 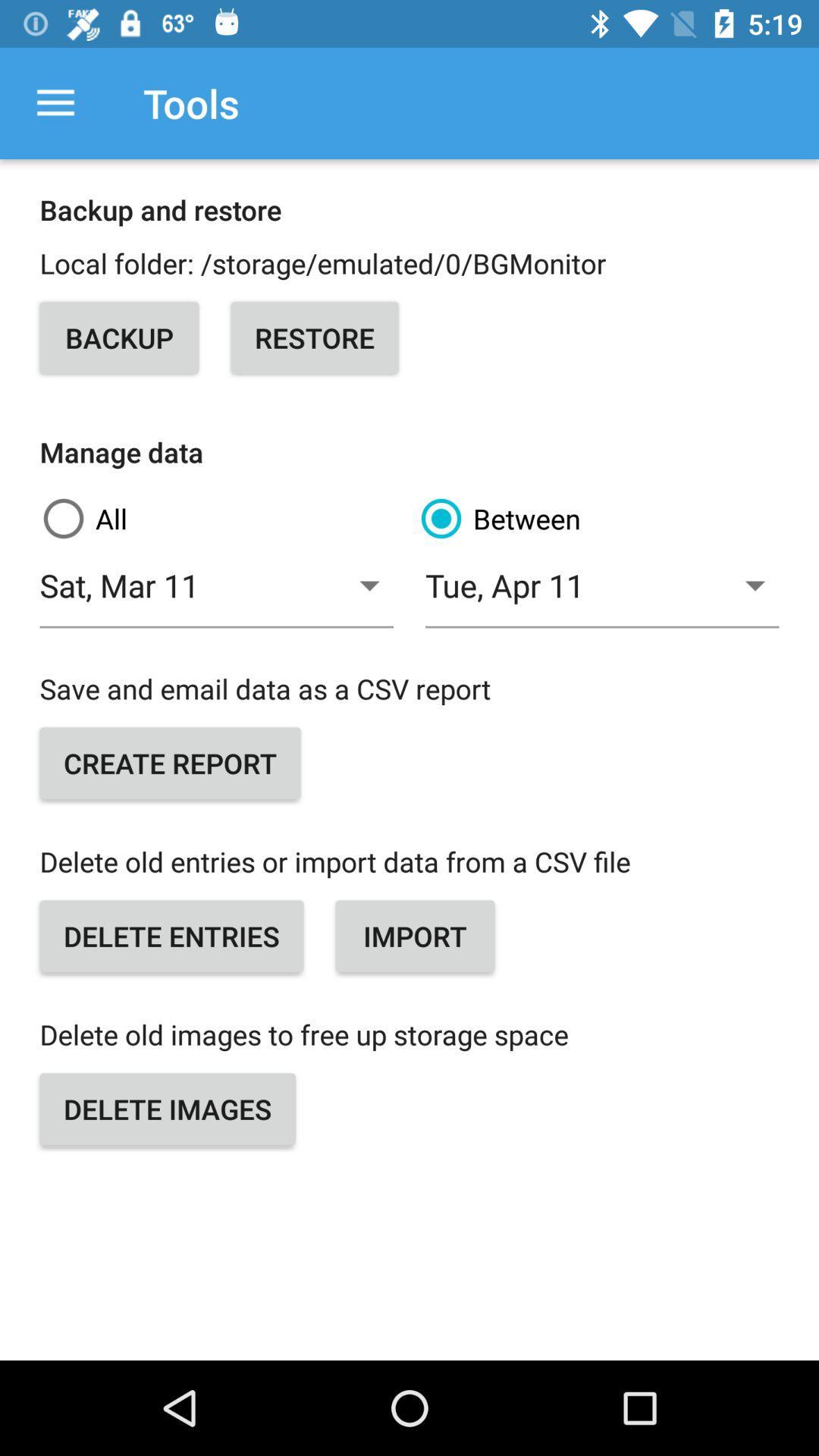 I want to click on icon above the save and email icon, so click(x=216, y=593).